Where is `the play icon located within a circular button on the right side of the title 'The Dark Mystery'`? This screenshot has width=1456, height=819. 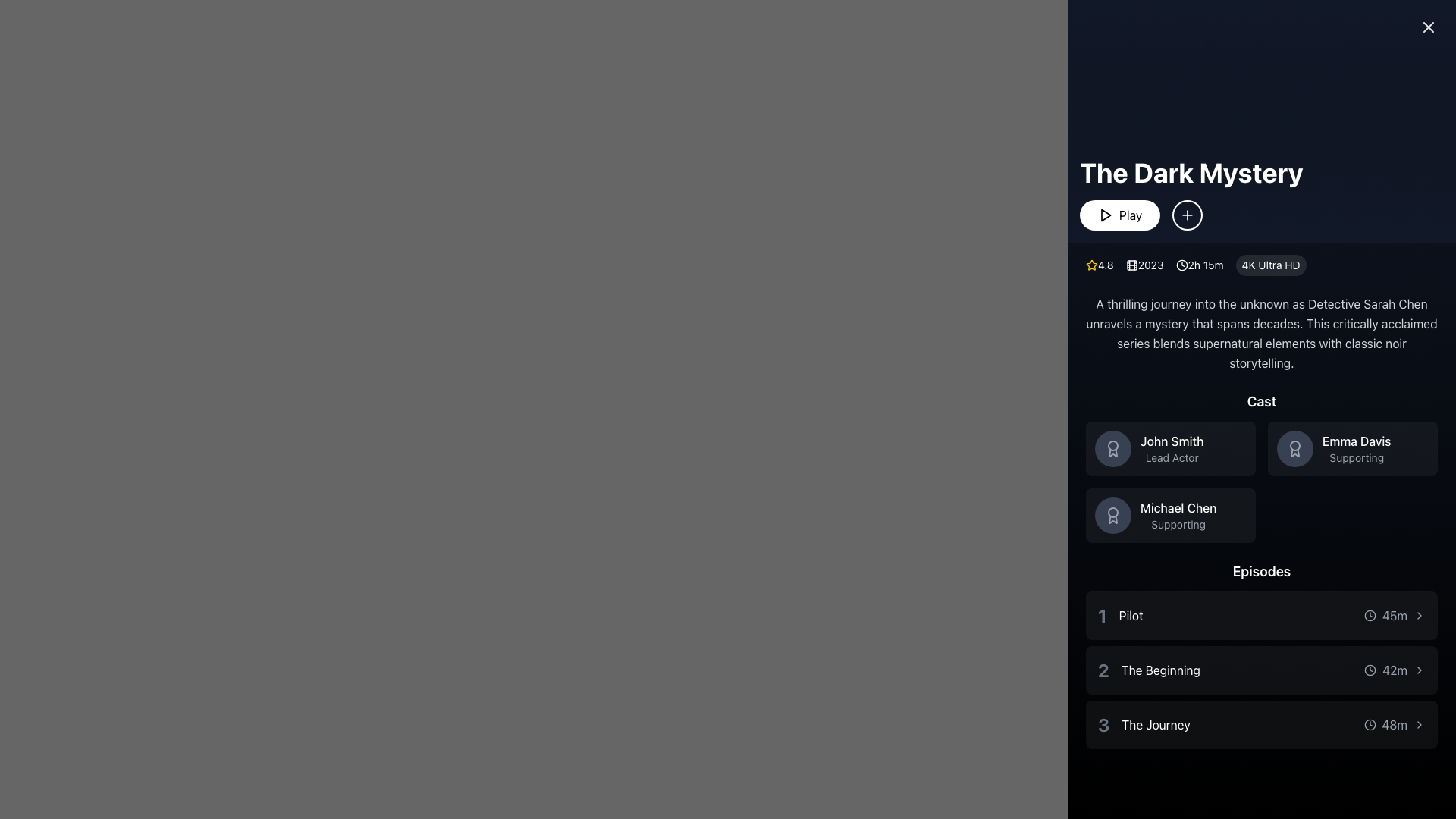
the play icon located within a circular button on the right side of the title 'The Dark Mystery' is located at coordinates (1106, 215).